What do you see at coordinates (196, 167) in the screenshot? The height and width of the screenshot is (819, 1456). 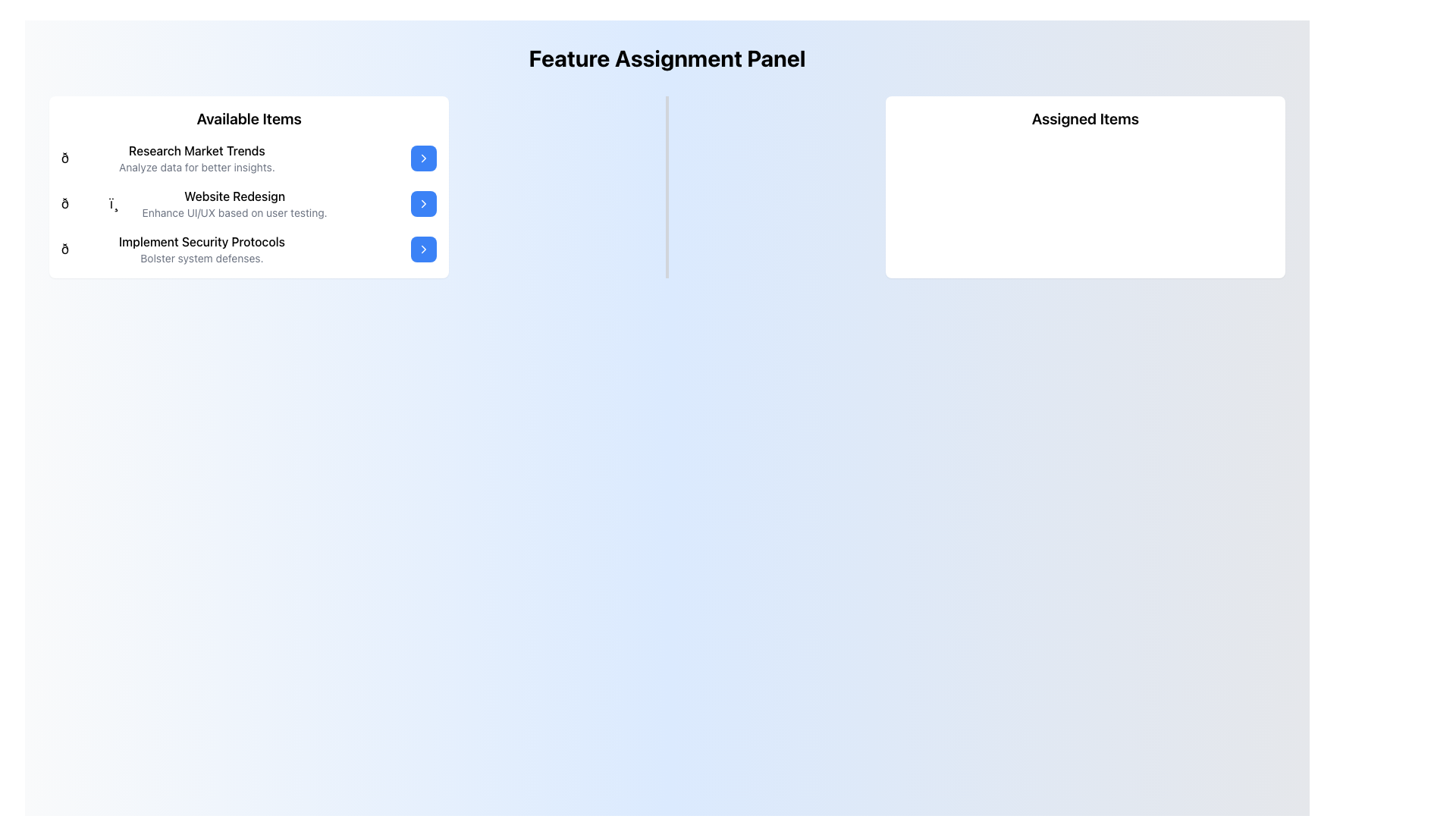 I see `the descriptive text element located directly below the 'Research Market Trends' title in the 'Available Items' panel` at bounding box center [196, 167].